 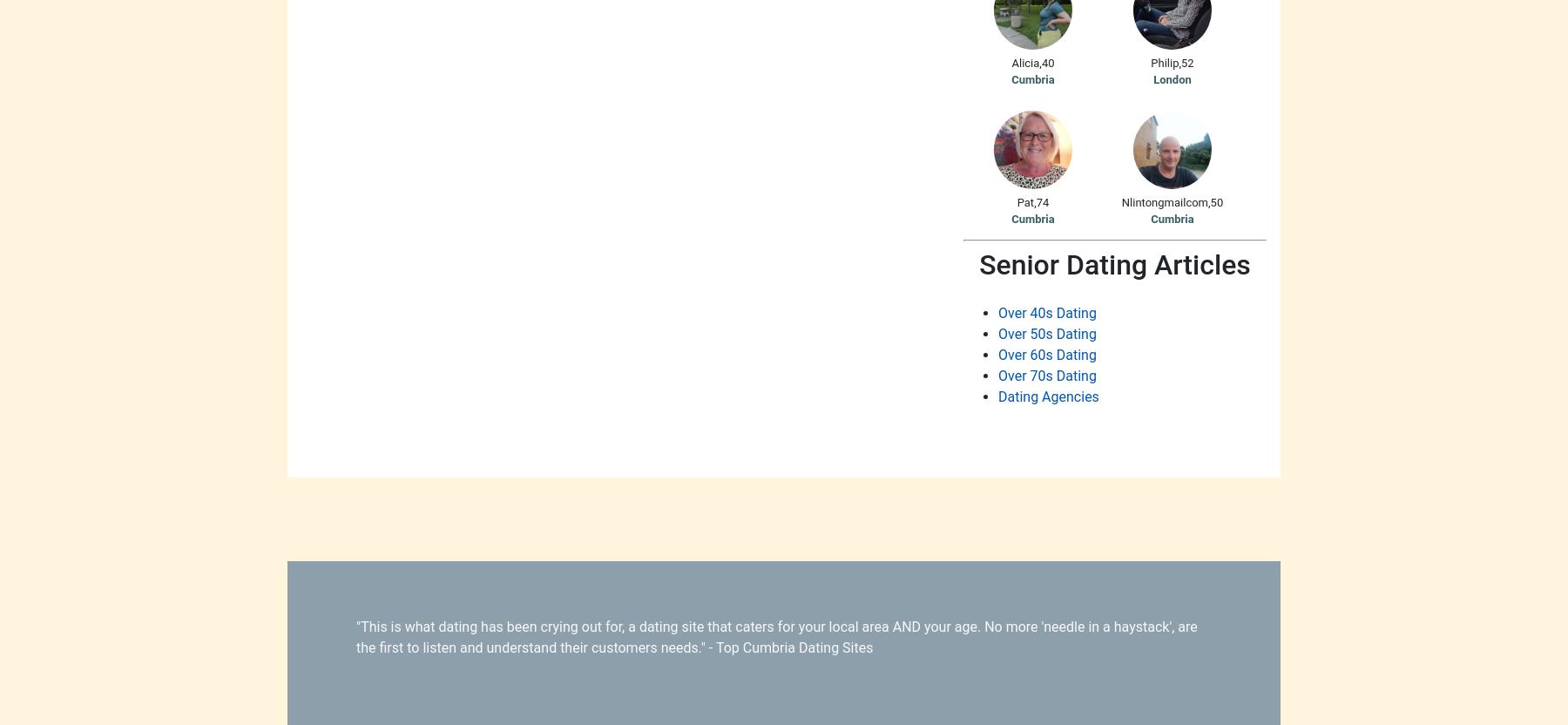 What do you see at coordinates (1046, 61) in the screenshot?
I see `'40'` at bounding box center [1046, 61].